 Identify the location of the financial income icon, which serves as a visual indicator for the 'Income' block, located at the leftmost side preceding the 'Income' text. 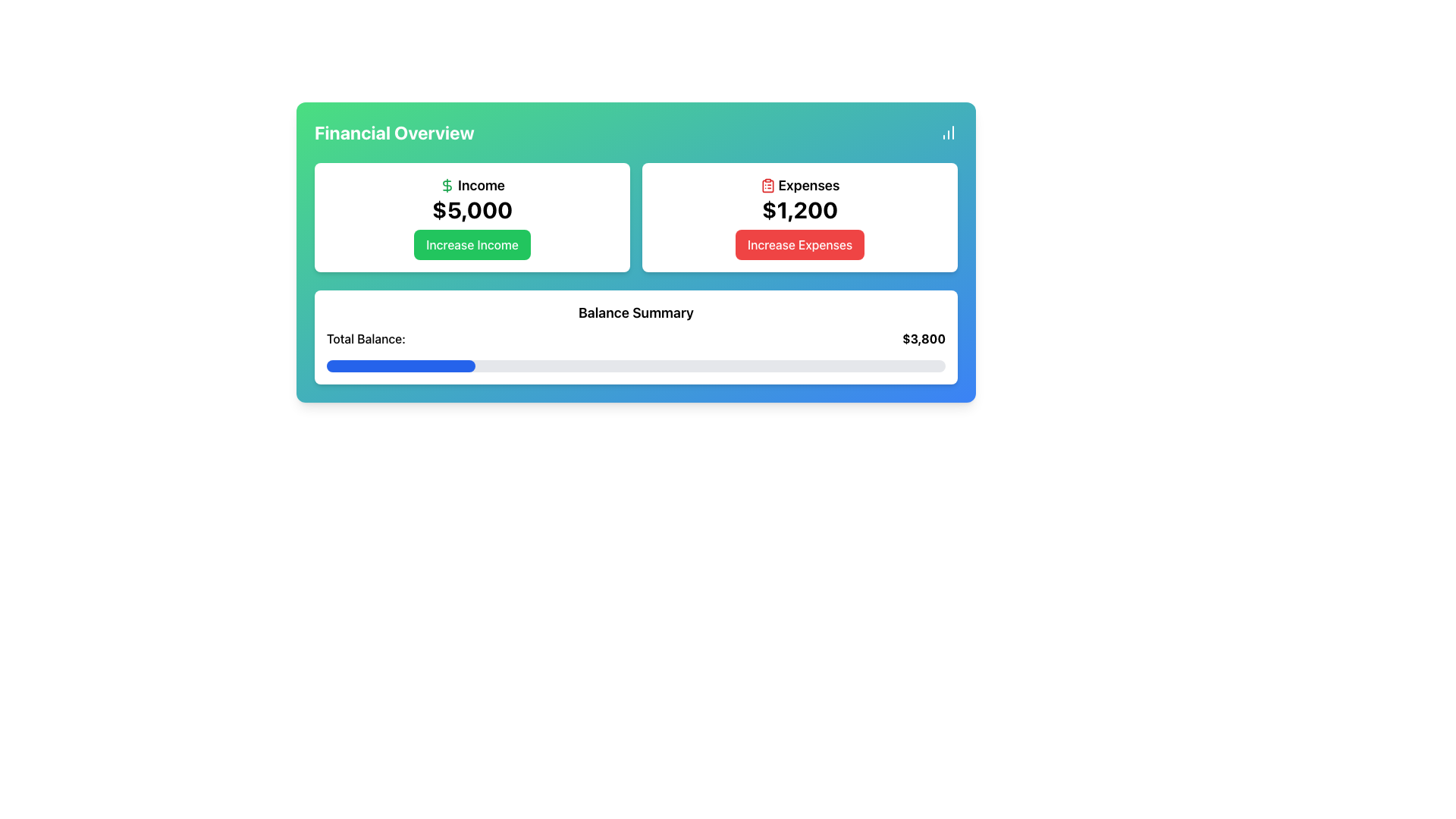
(447, 185).